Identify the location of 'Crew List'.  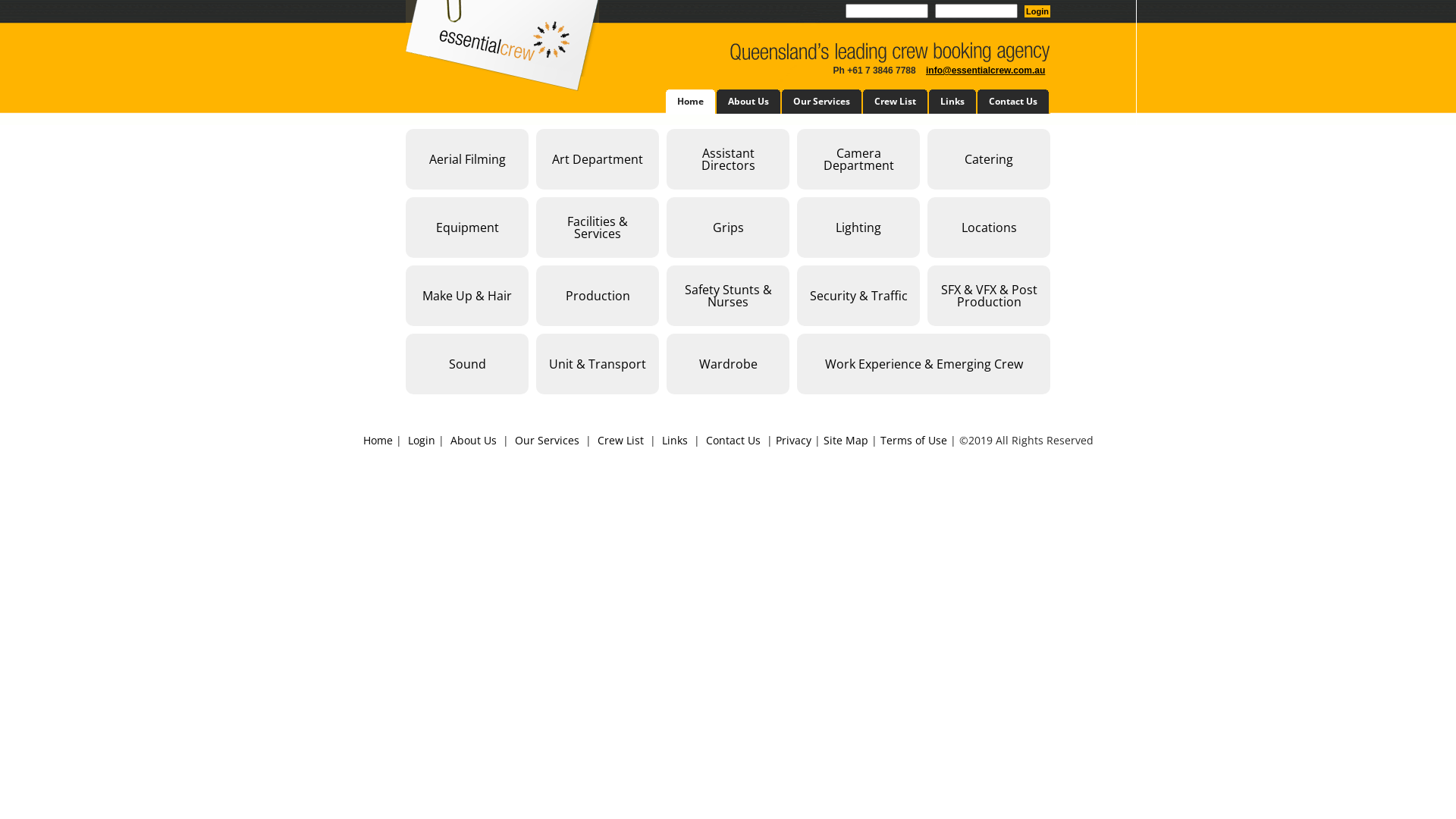
(620, 440).